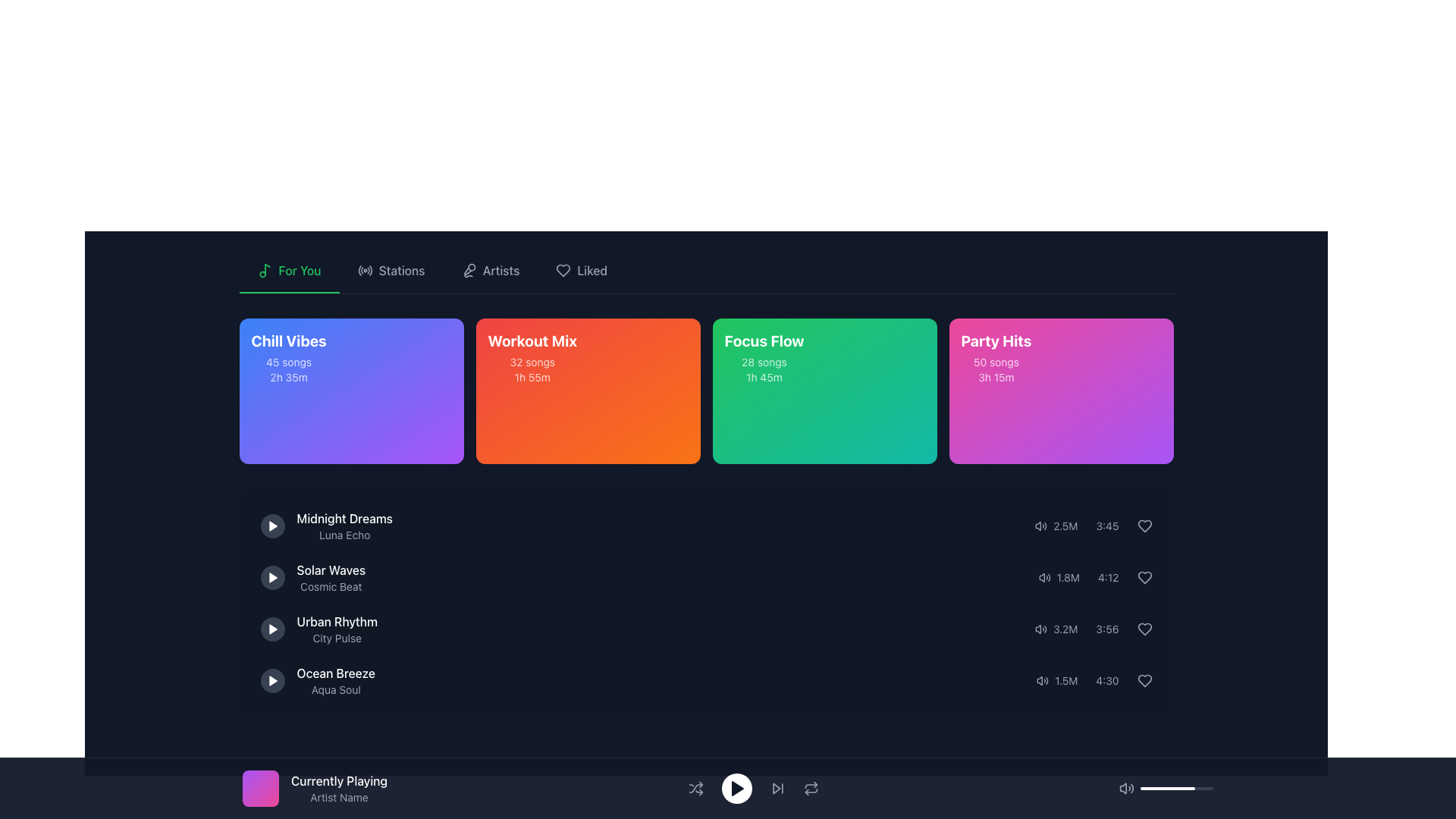  I want to click on the 'Workout Mix' card, which has a gradient background from red to orange and displays 'Workout Mix' in bold large text, so click(587, 391).